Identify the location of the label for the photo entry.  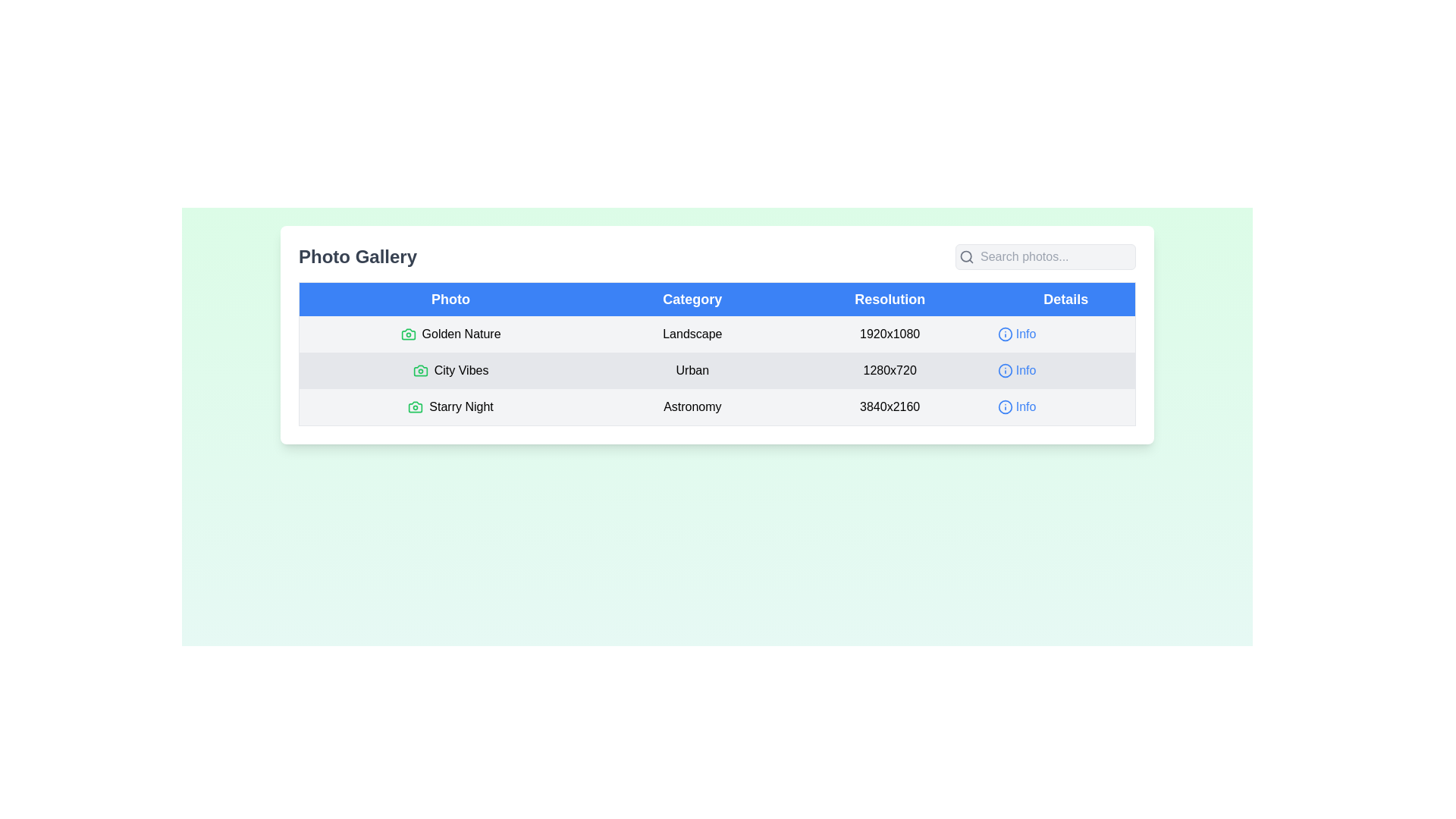
(450, 371).